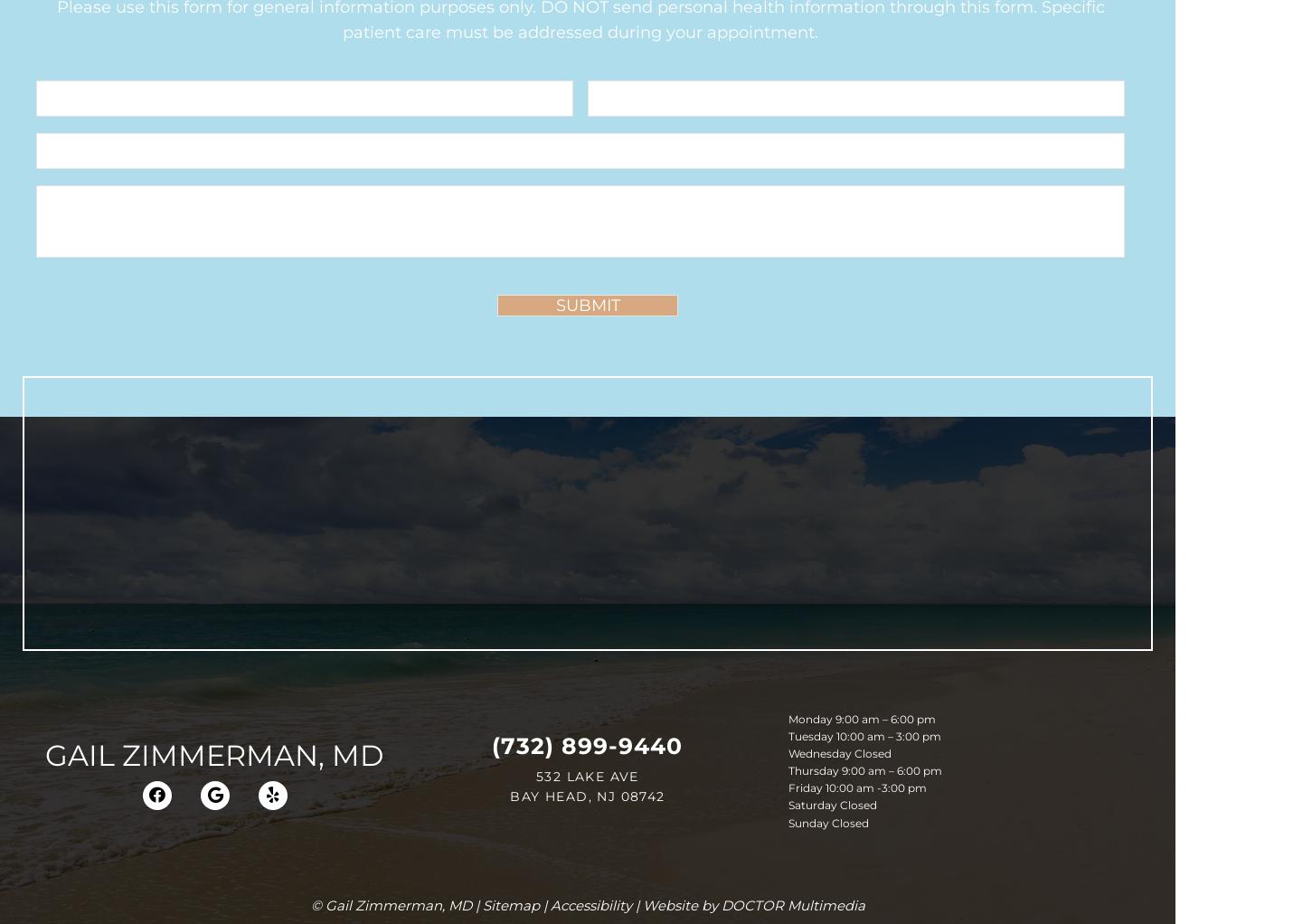 The width and height of the screenshot is (1293, 924). What do you see at coordinates (751, 905) in the screenshot?
I see `'Website by DOCTOR Multimedia'` at bounding box center [751, 905].